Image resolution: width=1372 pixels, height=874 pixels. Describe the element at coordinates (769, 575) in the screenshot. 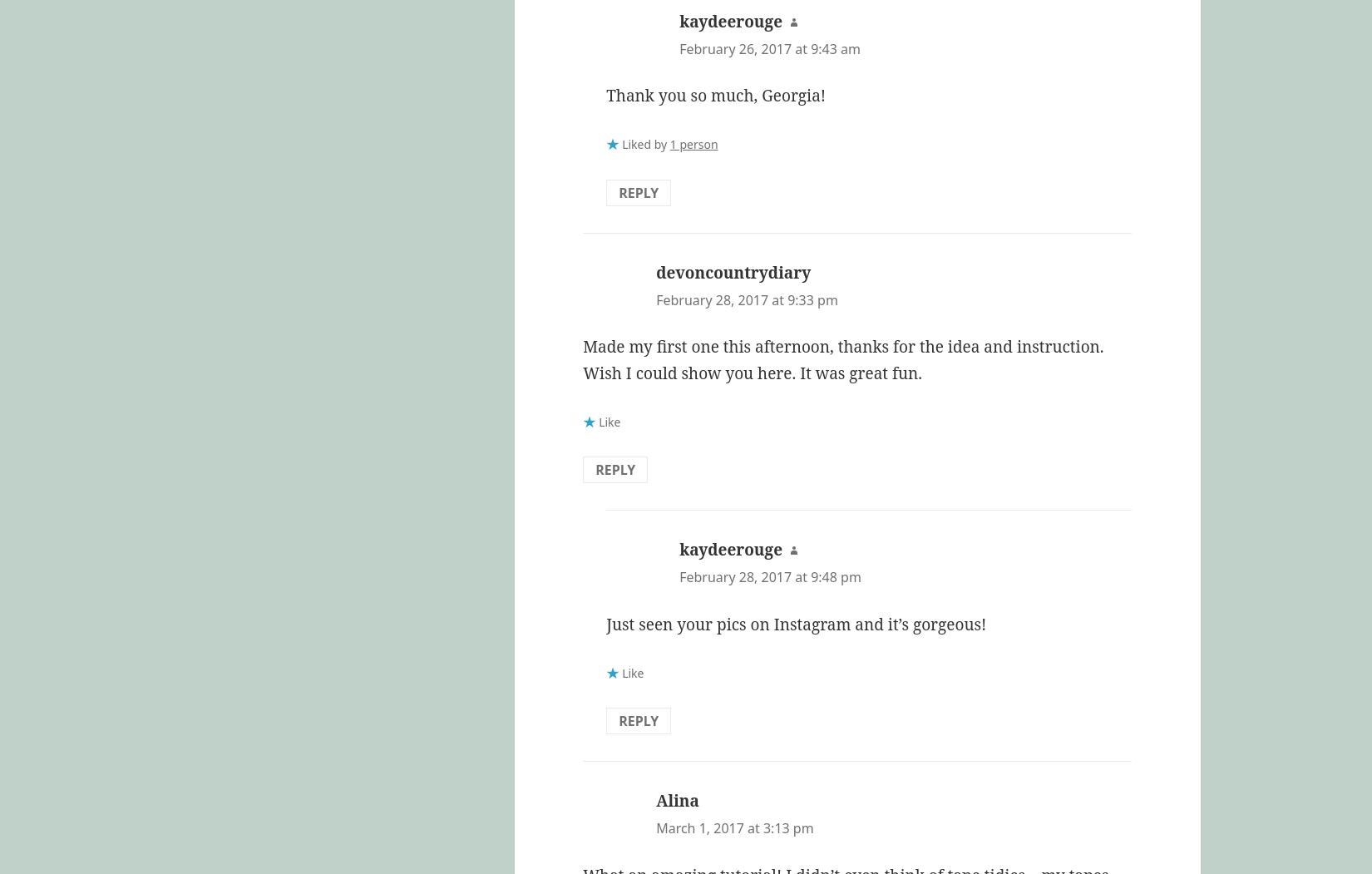

I see `'February 28, 2017 at 9:48 pm'` at that location.